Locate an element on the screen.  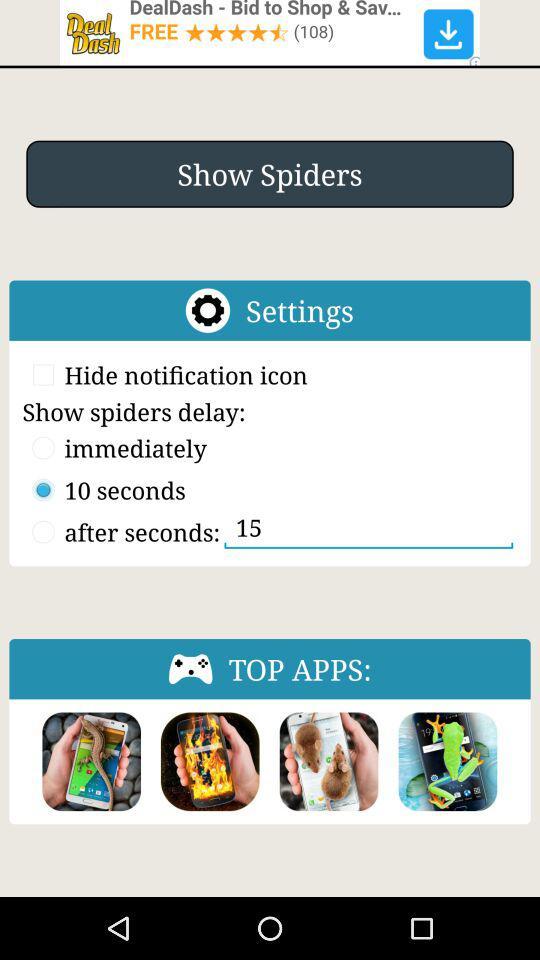
choose a picture is located at coordinates (447, 760).